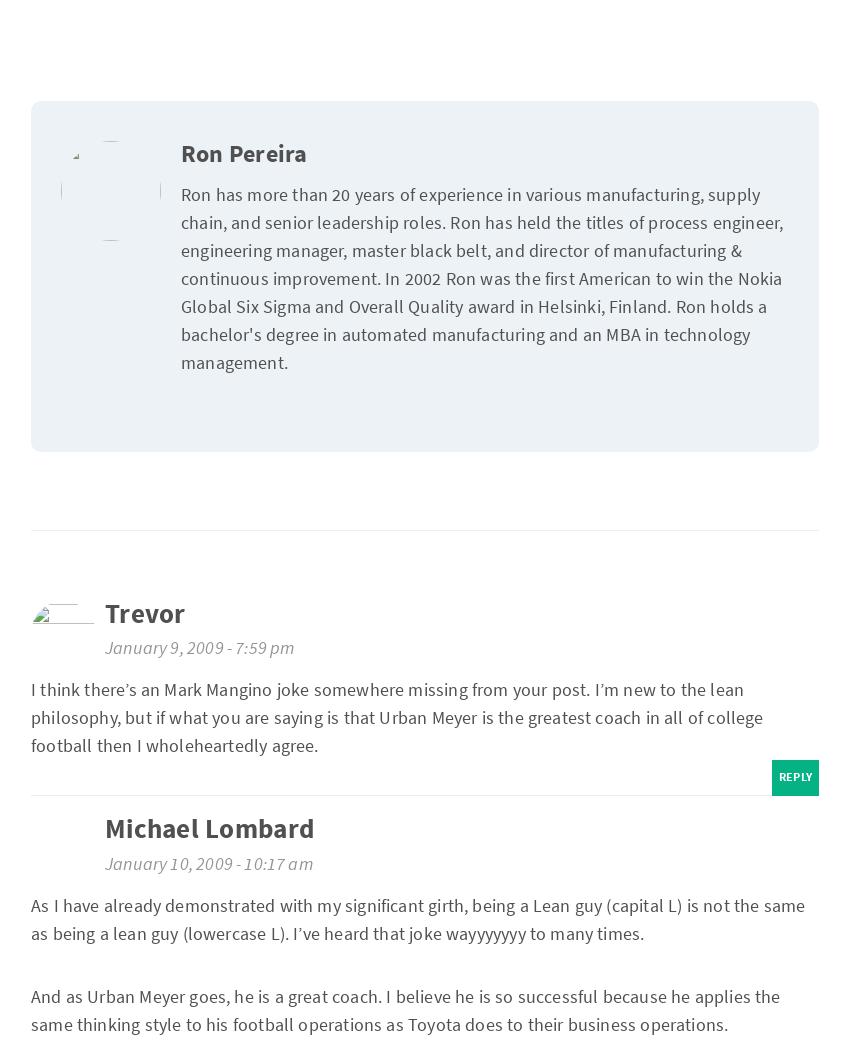 This screenshot has width=850, height=1062. I want to click on 'As I have already demonstrated with my significant girth, being a Lean guy (capital L) is not the same as being a lean guy (lowercase L).  I’ve heard that joke wayyyyyyy to many times.', so click(30, 917).